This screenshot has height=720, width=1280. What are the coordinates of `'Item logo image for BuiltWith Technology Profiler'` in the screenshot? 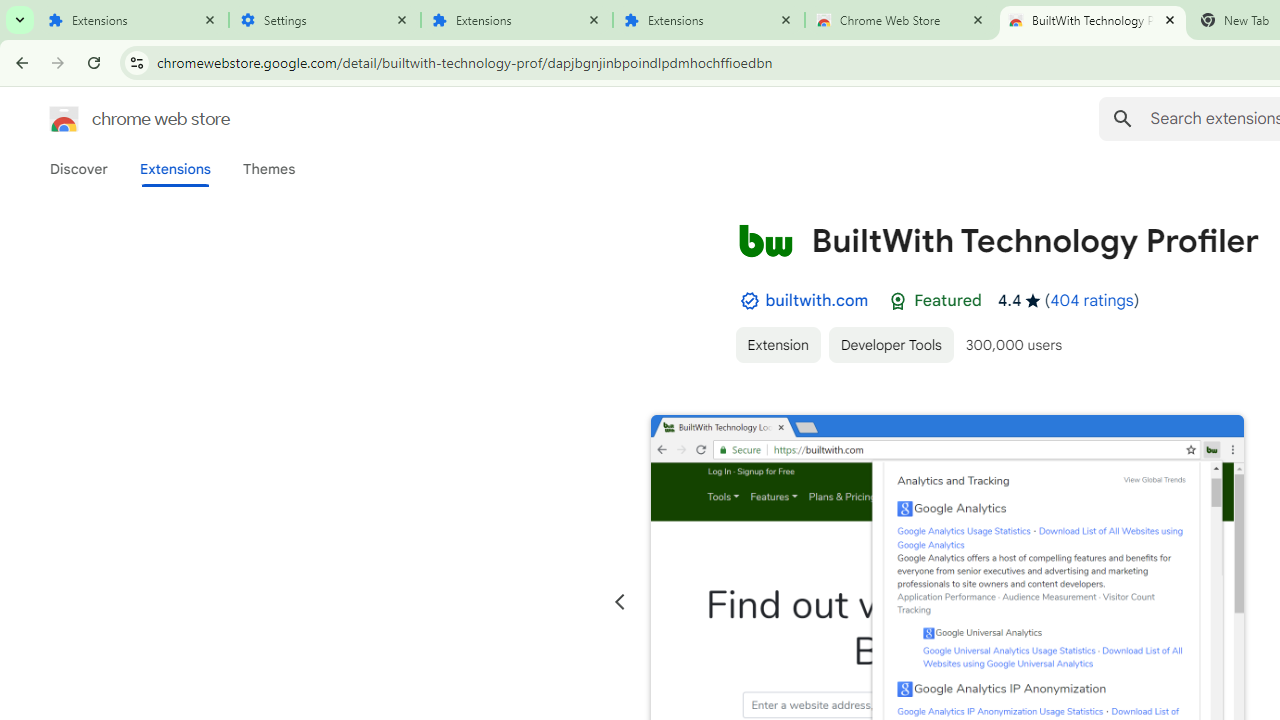 It's located at (764, 239).